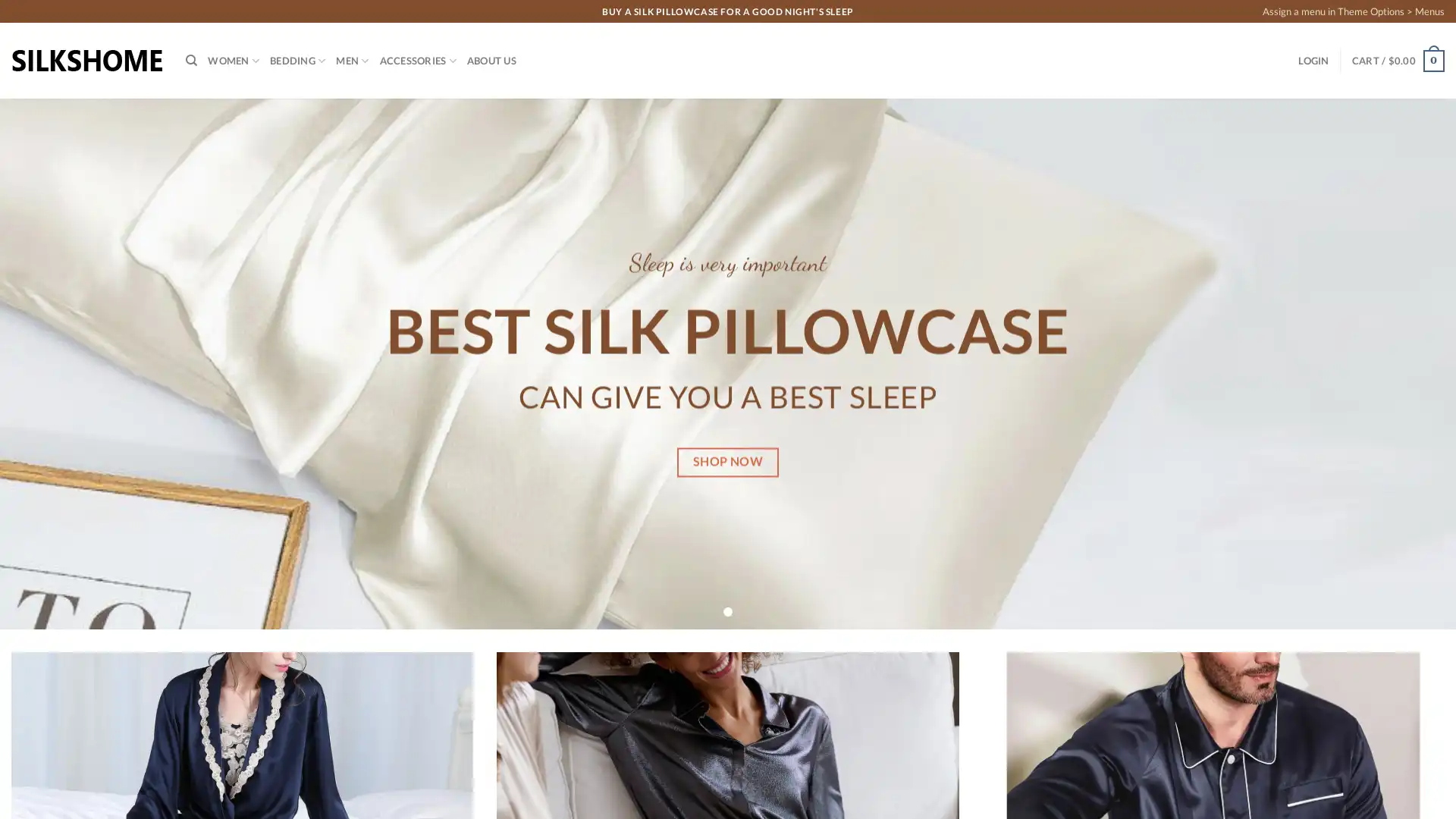 This screenshot has width=1456, height=819. What do you see at coordinates (1407, 363) in the screenshot?
I see `Next` at bounding box center [1407, 363].